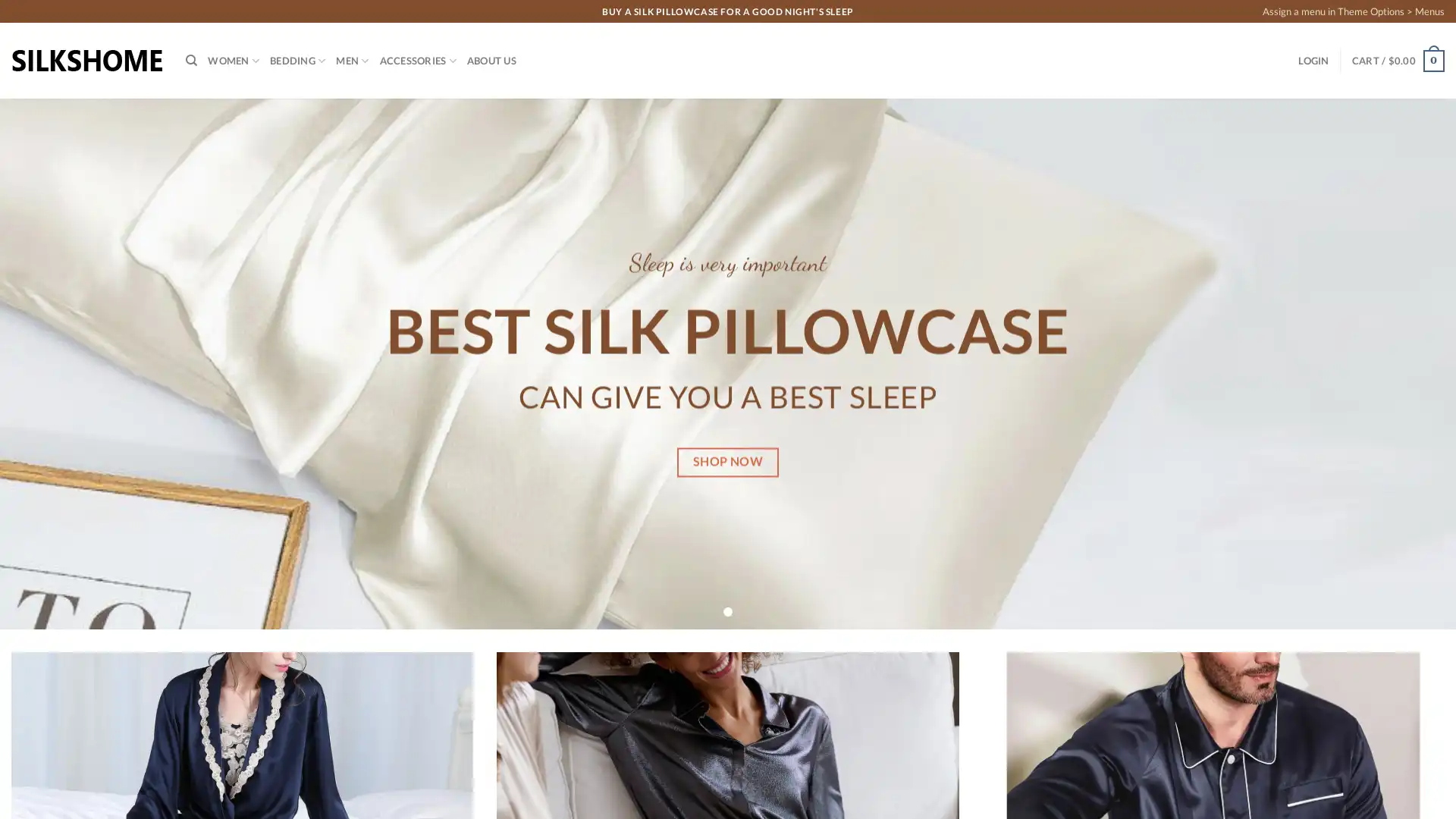 This screenshot has width=1456, height=819. What do you see at coordinates (1407, 363) in the screenshot?
I see `Next` at bounding box center [1407, 363].